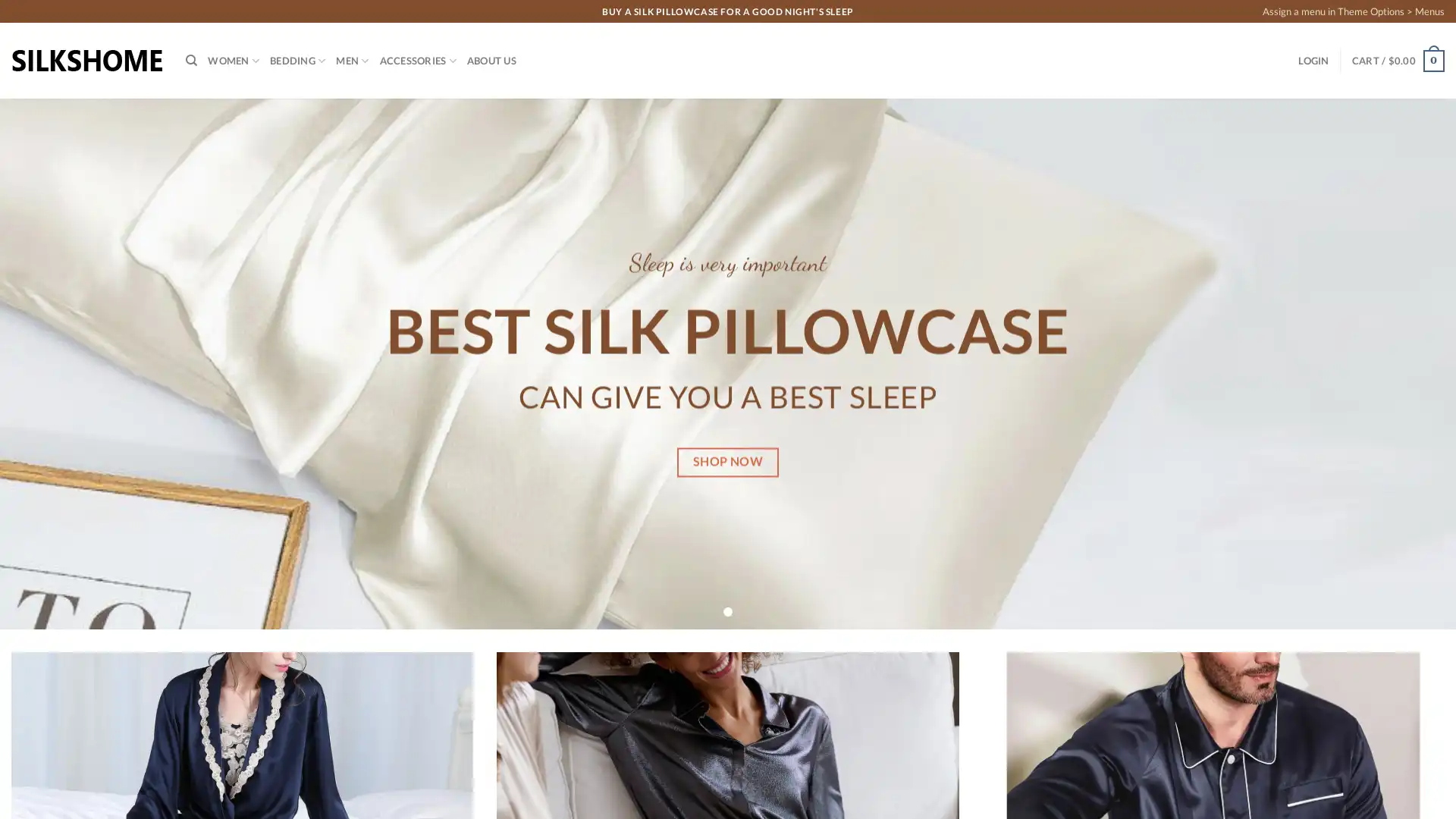 This screenshot has width=1456, height=819. What do you see at coordinates (1407, 363) in the screenshot?
I see `Next` at bounding box center [1407, 363].